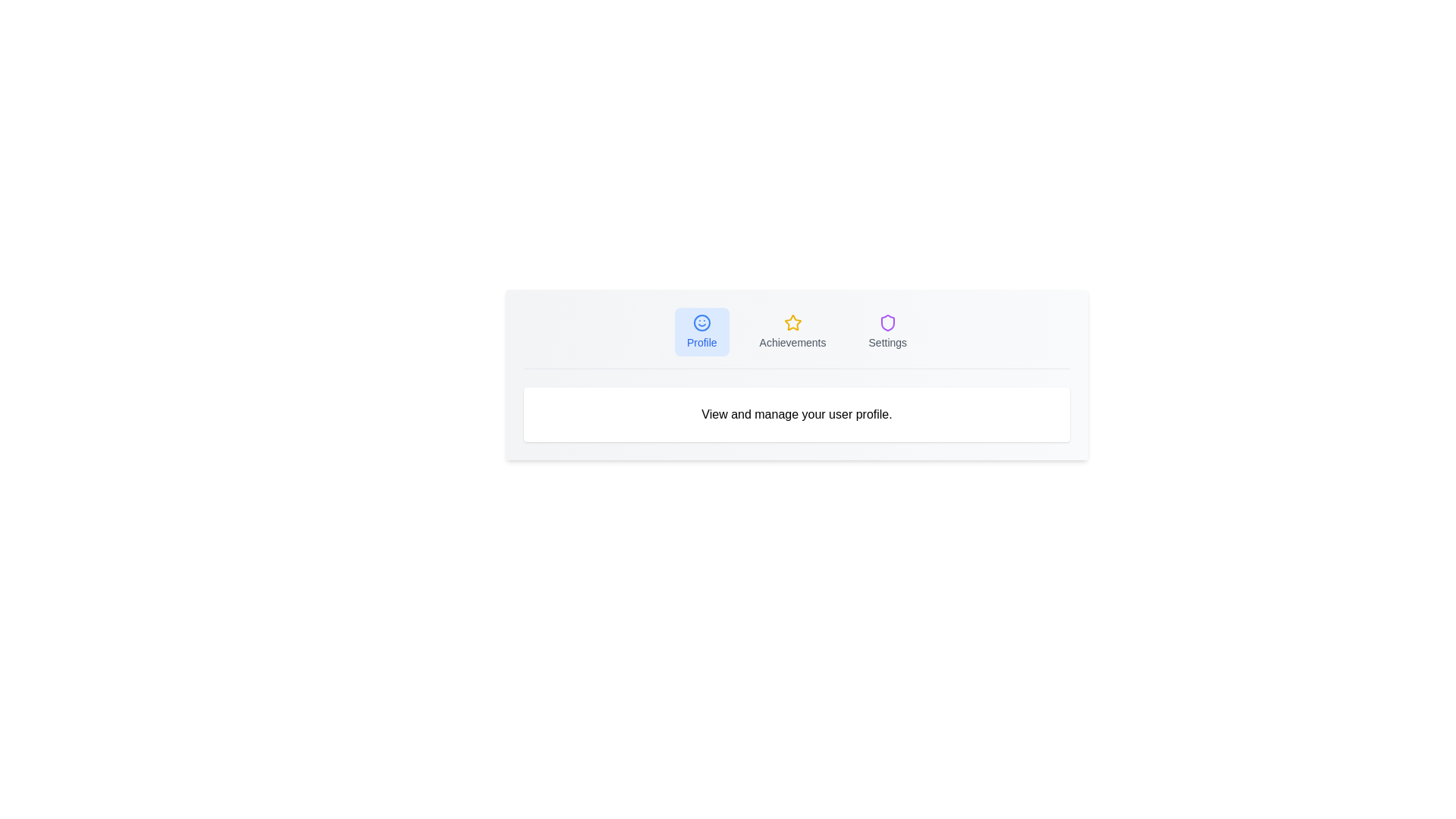  What do you see at coordinates (792, 331) in the screenshot?
I see `the Achievements tab to trigger its hover effect` at bounding box center [792, 331].